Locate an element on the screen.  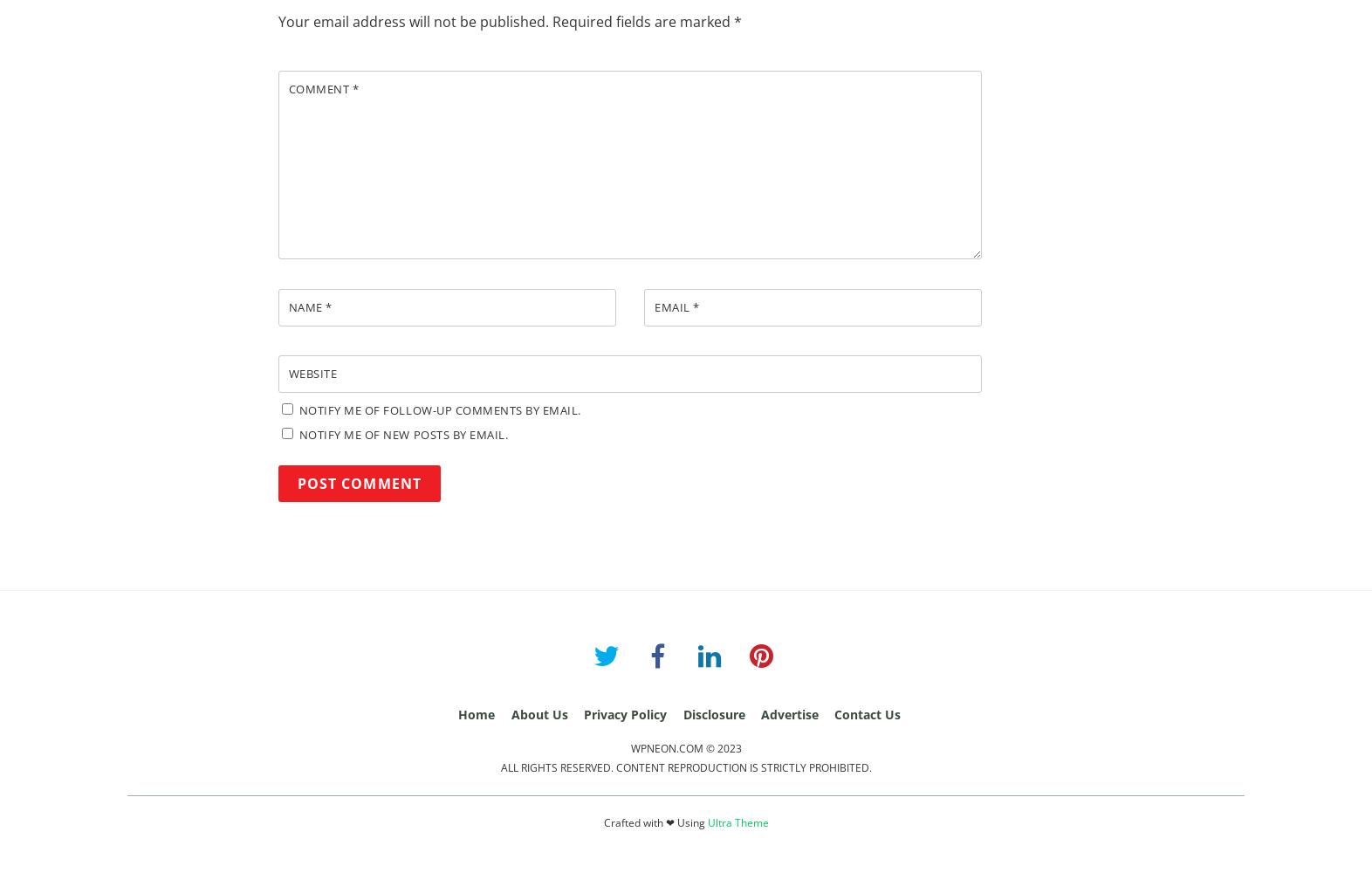
'Name' is located at coordinates (306, 306).